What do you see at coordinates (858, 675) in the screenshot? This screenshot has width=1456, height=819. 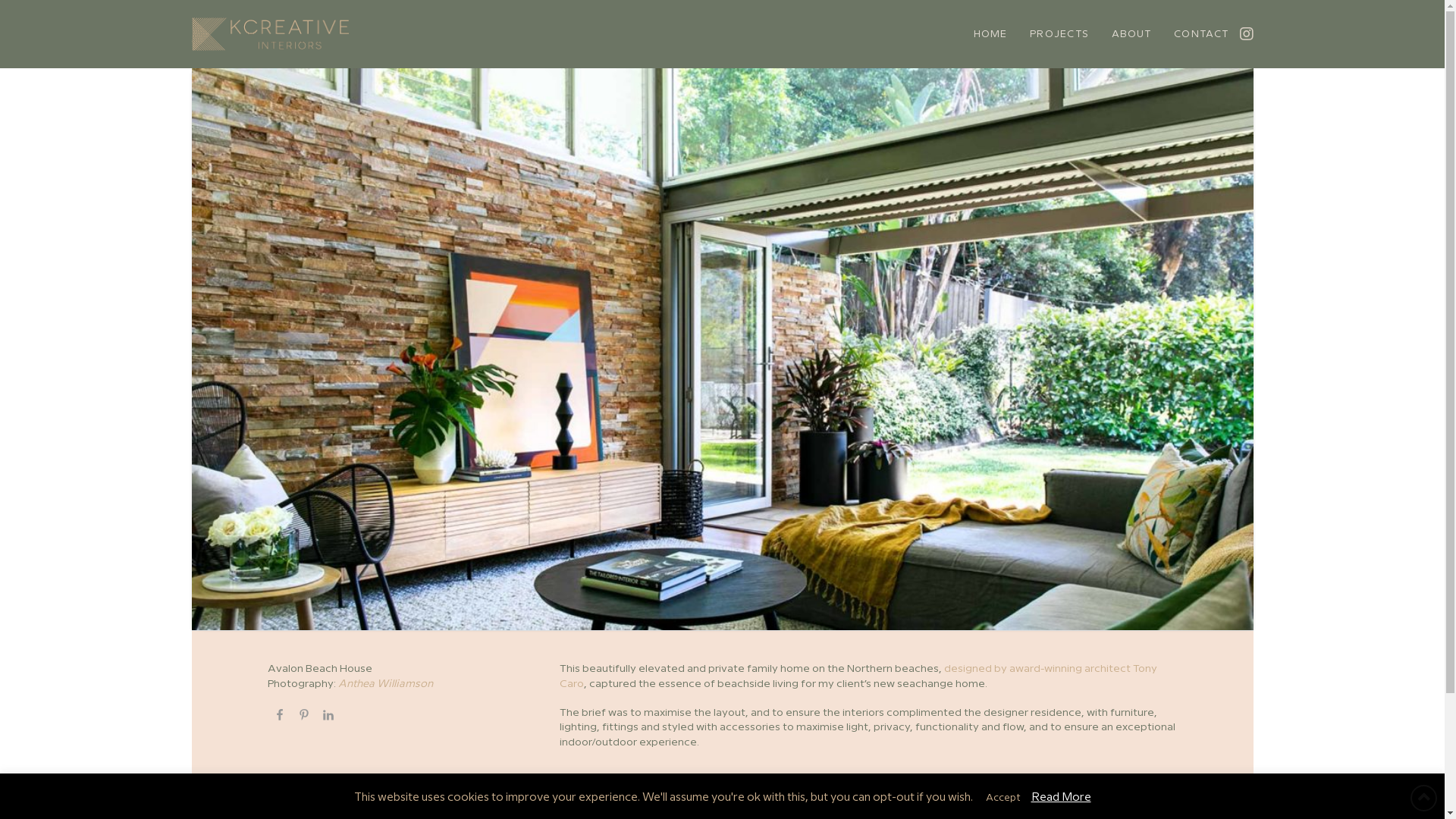 I see `'designed by award-winning architect Tony Caro'` at bounding box center [858, 675].